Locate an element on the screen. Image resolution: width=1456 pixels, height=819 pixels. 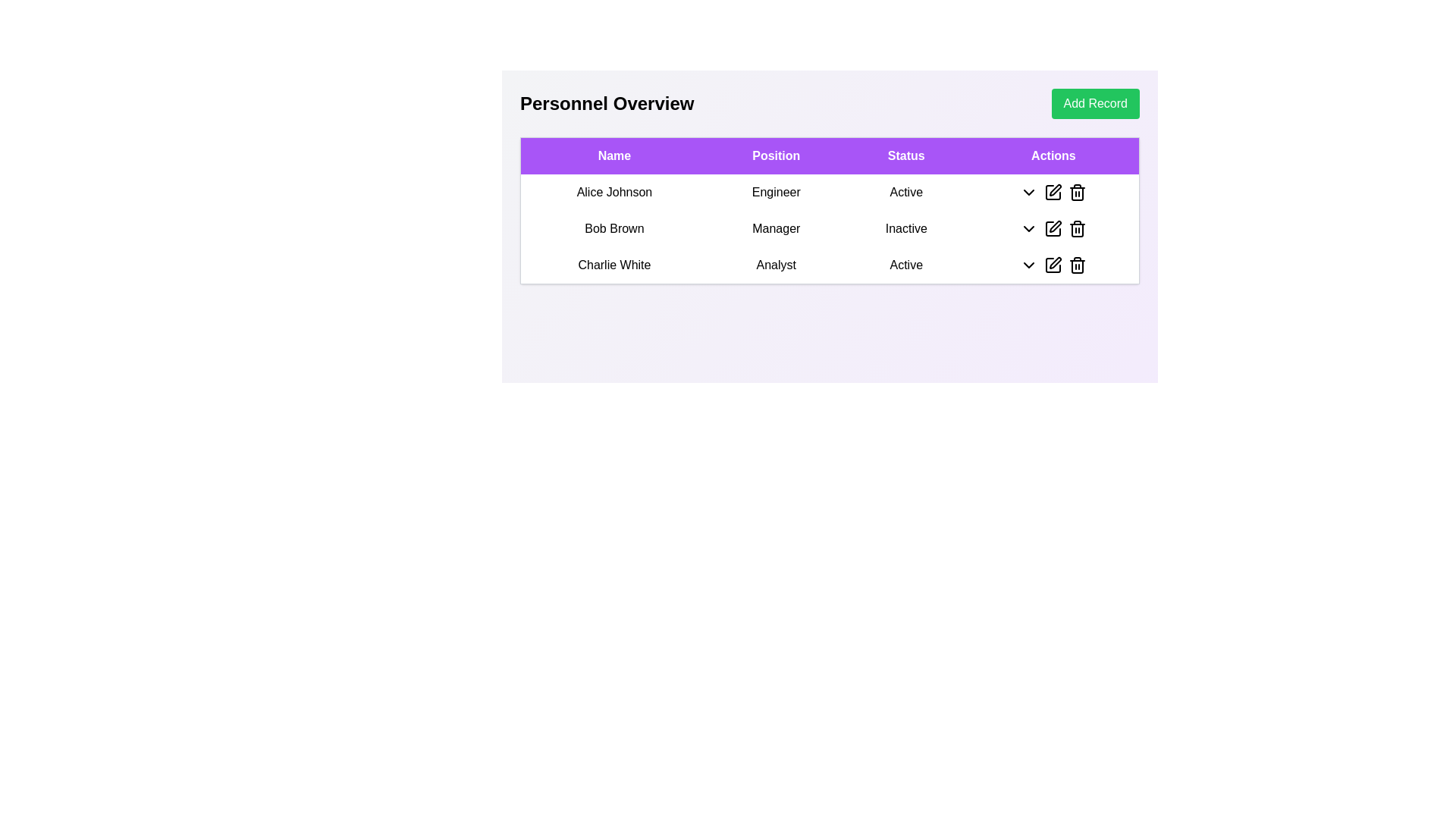
label text of the header cell located at the far left of the table header row, which serves as a context for the data listed in the column below is located at coordinates (614, 155).